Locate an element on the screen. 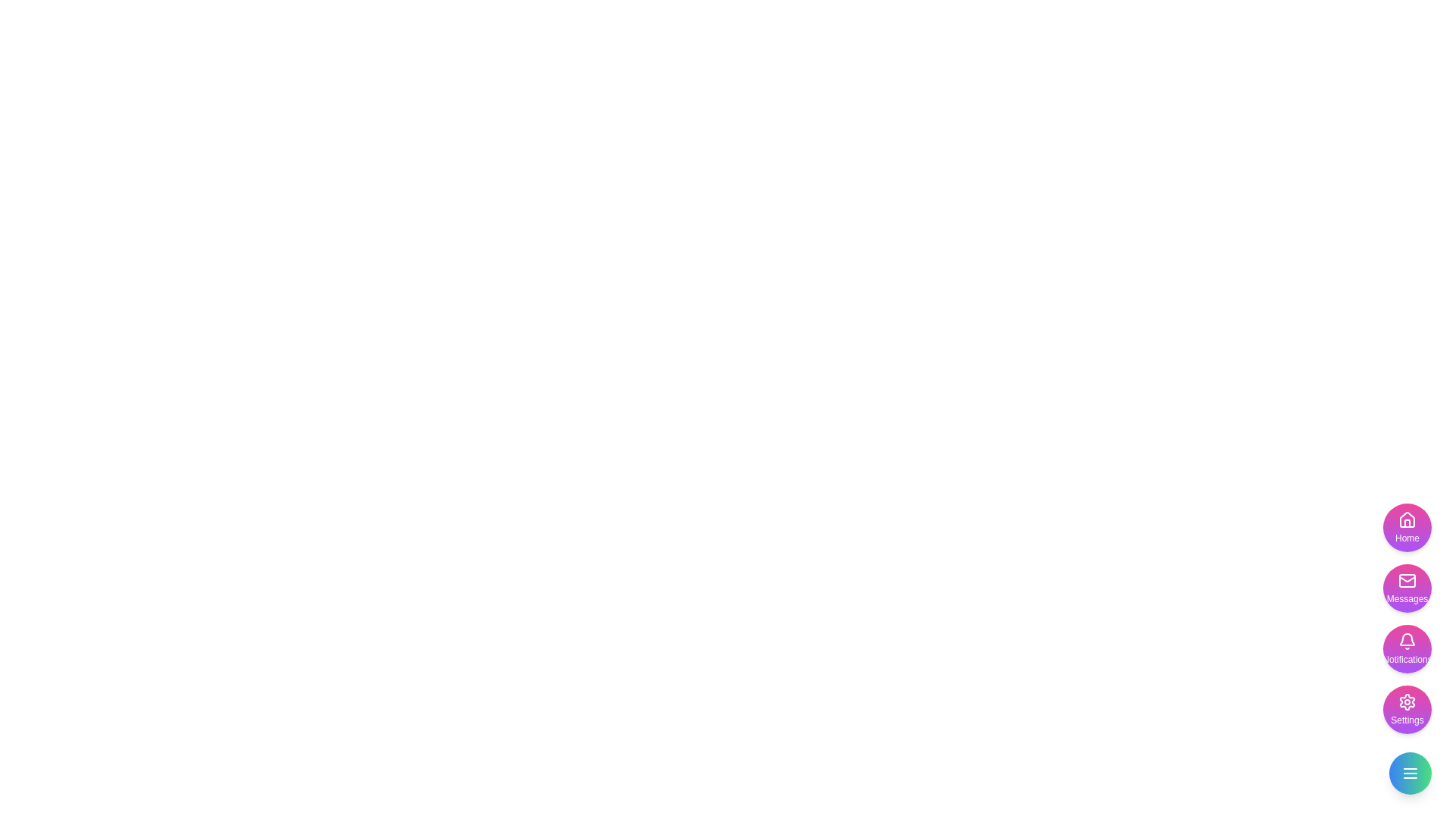 This screenshot has width=1456, height=819. the envelope icon within the 'Messages' button located in the second circular button of the right-side vertical menu is located at coordinates (1407, 580).